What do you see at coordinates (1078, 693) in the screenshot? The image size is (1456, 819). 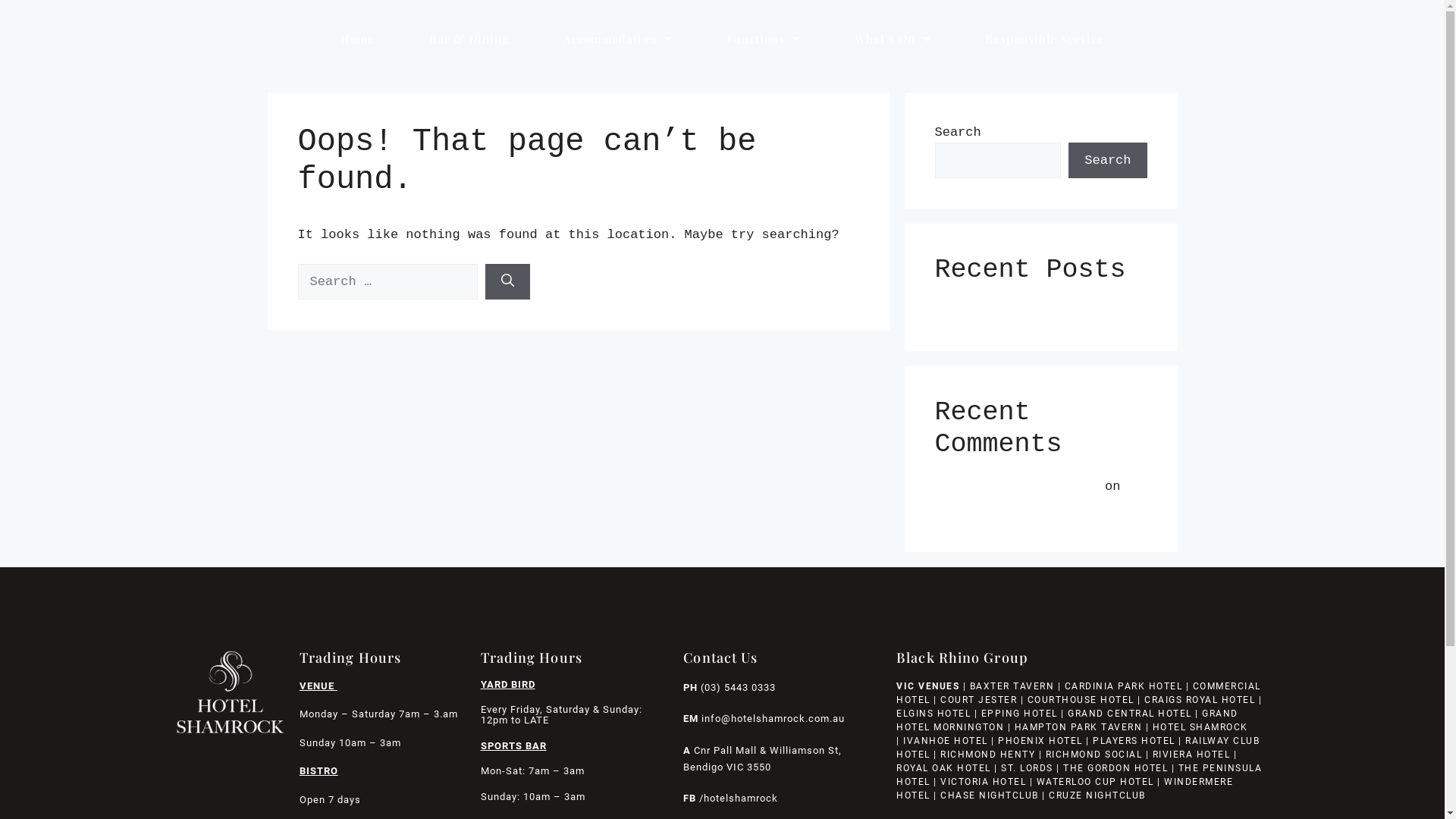 I see `'COMMERCIAL HOTEL'` at bounding box center [1078, 693].